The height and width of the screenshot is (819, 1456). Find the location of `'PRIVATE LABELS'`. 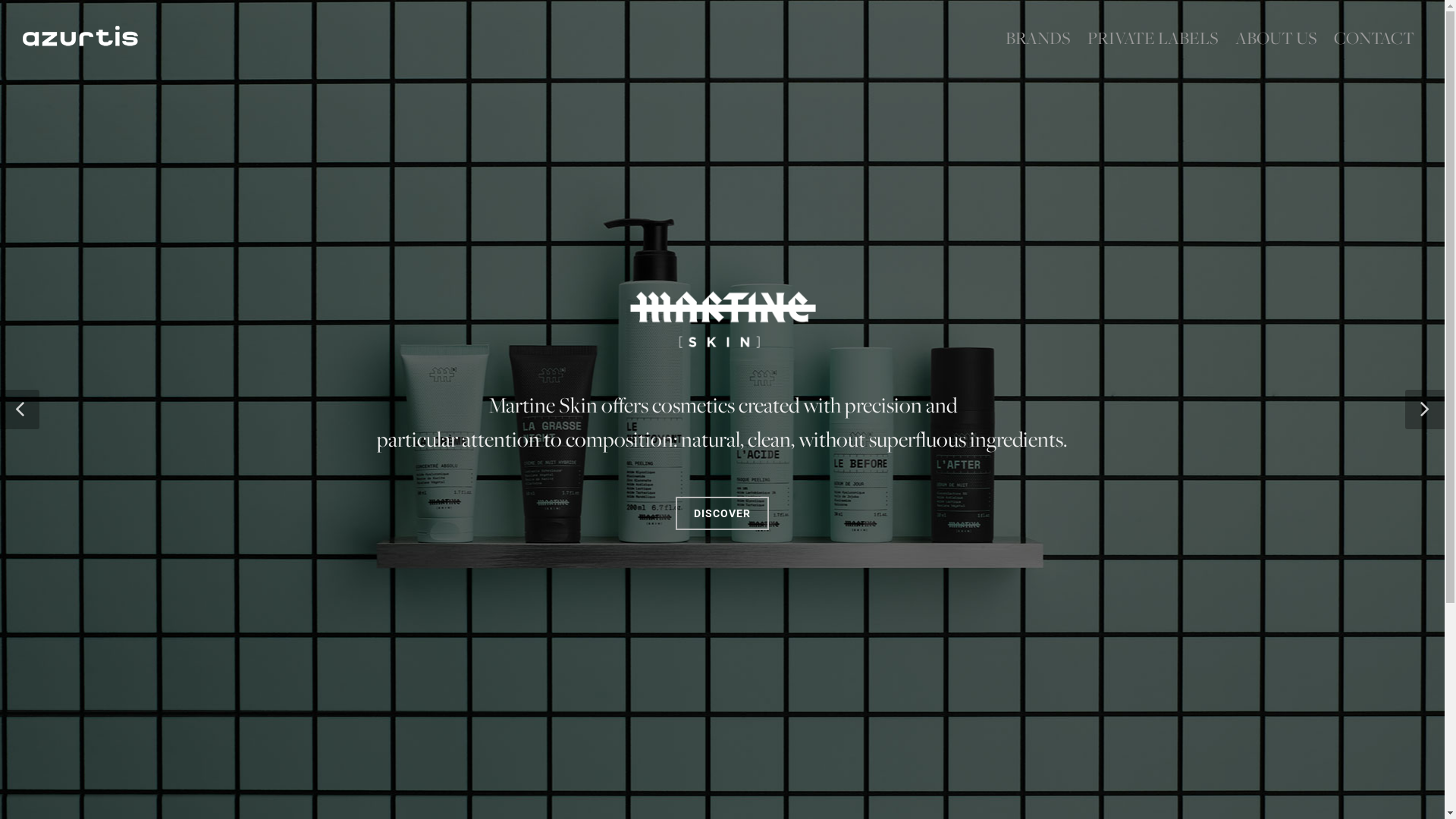

'PRIVATE LABELS' is located at coordinates (1079, 37).